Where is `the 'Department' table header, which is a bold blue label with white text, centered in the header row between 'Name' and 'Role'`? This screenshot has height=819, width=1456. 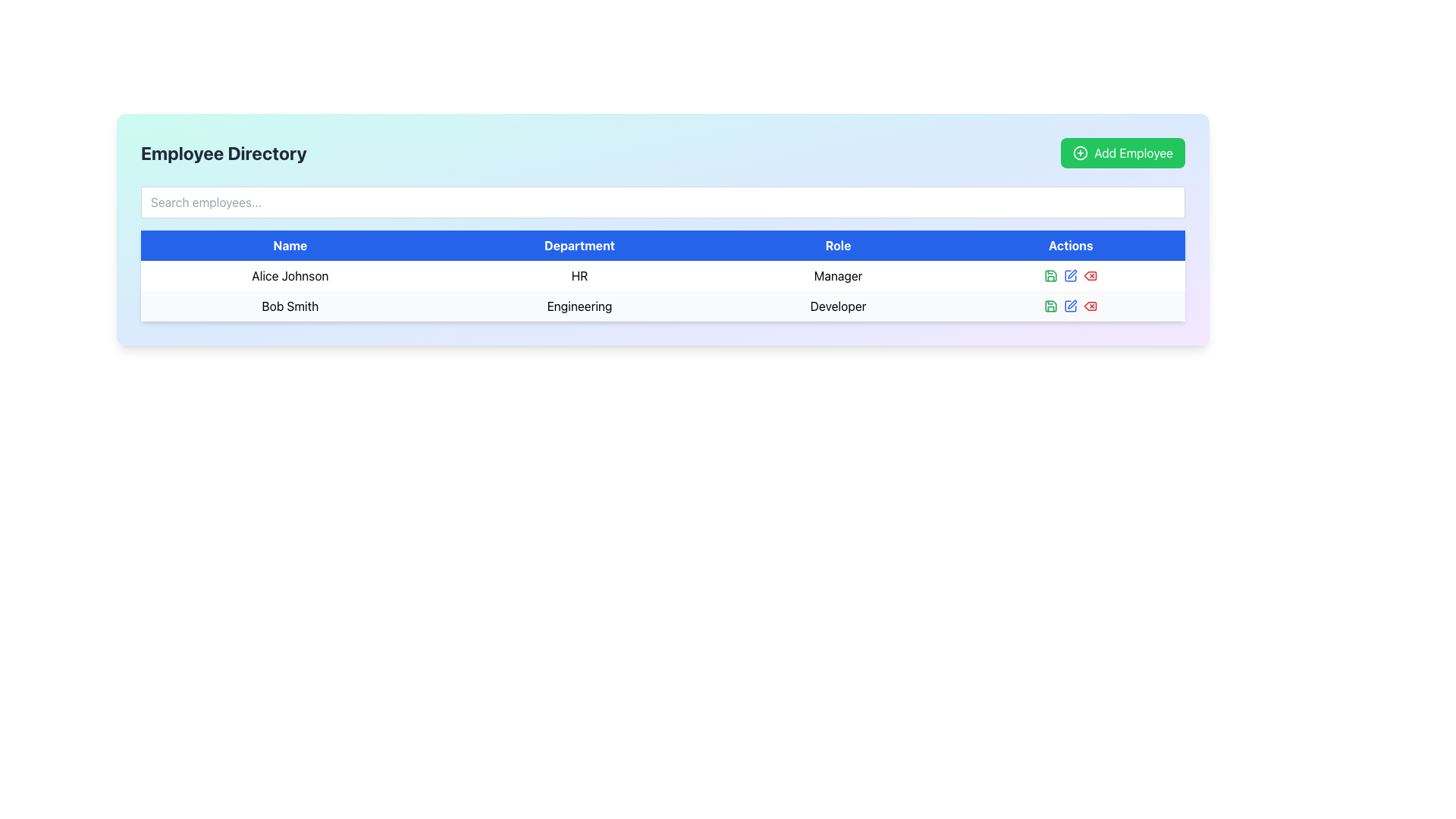
the 'Department' table header, which is a bold blue label with white text, centered in the header row between 'Name' and 'Role' is located at coordinates (579, 245).